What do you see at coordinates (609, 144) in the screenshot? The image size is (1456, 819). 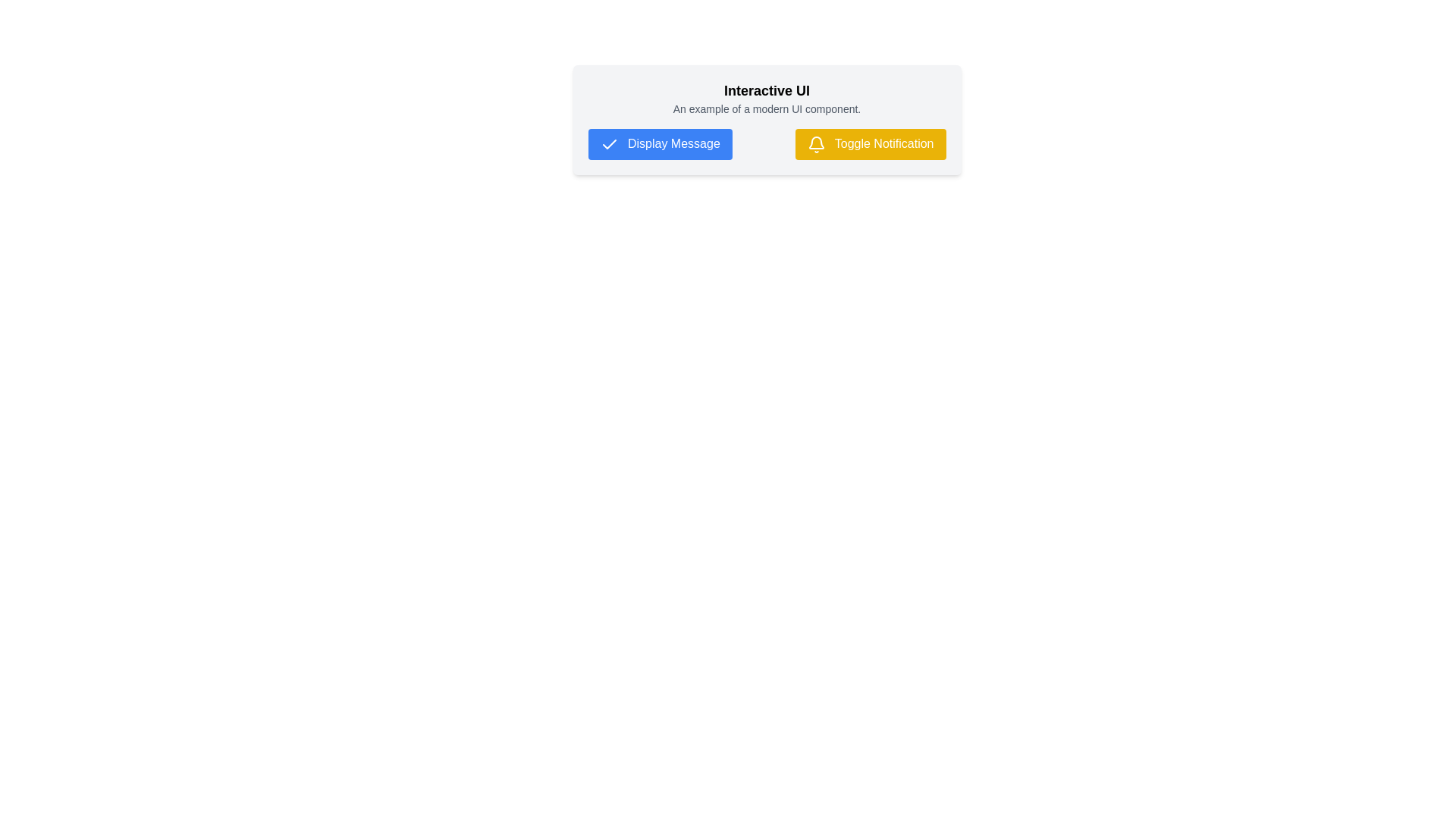 I see `the confirmation icon located within the 'Display Message' button, which is the first button on the interface, centered and aligned horizontally near its text content` at bounding box center [609, 144].